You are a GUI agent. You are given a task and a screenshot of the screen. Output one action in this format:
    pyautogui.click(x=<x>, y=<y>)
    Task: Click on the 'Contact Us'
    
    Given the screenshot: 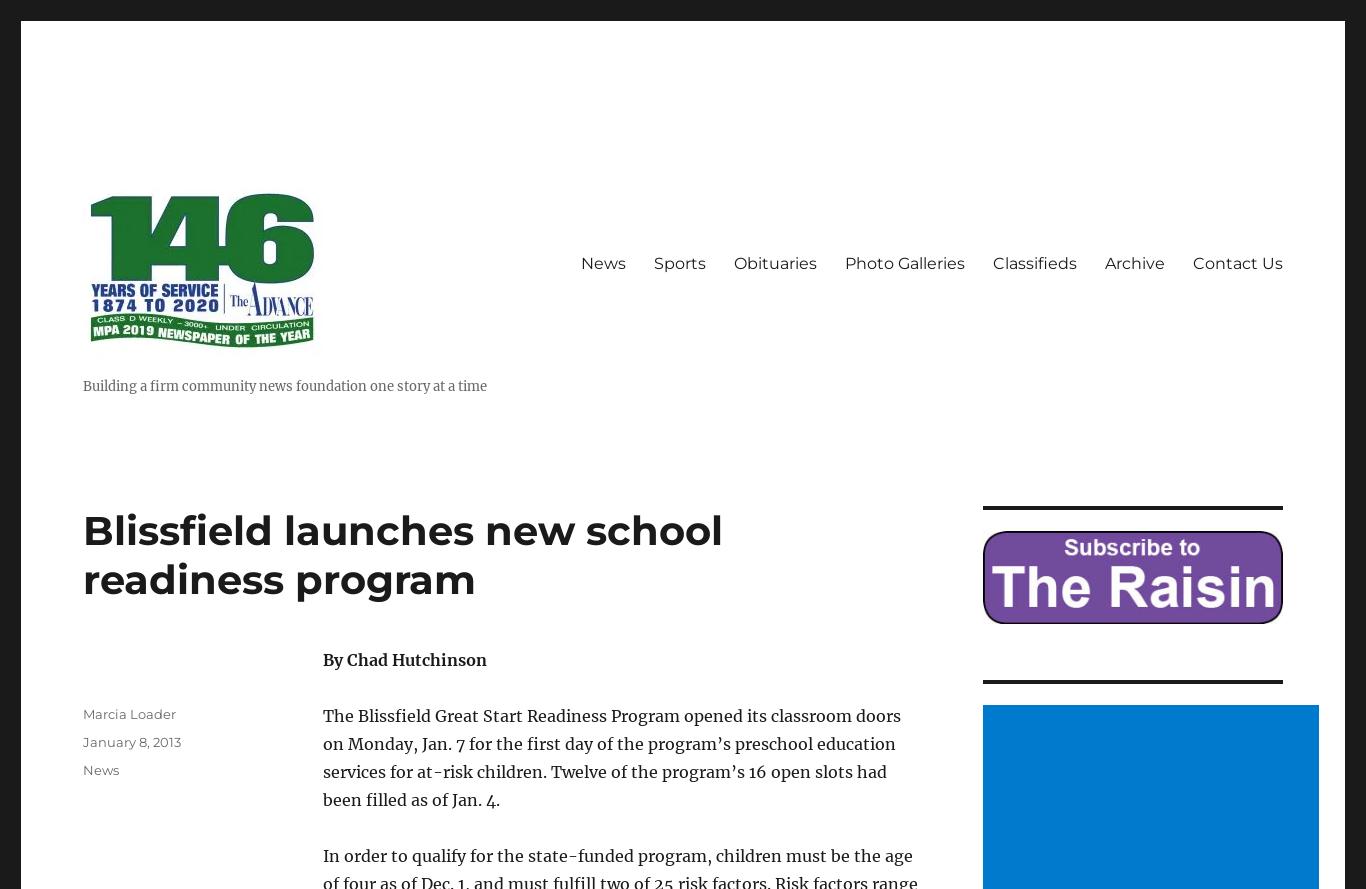 What is the action you would take?
    pyautogui.click(x=1238, y=263)
    